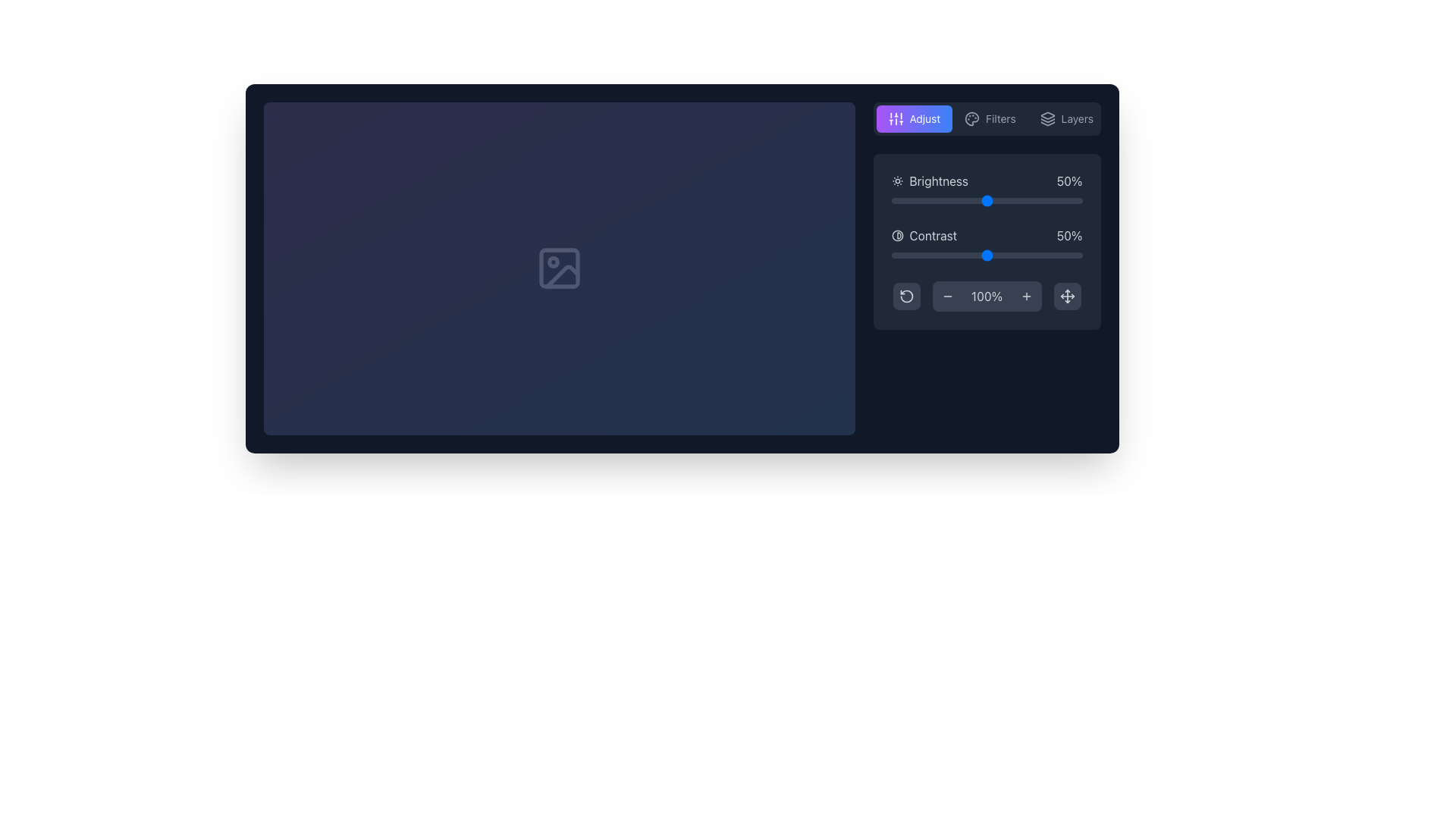 The image size is (1456, 819). I want to click on the state of the circular contrast adjustment icon located on the right panel, to the left of the text 'Contrast', so click(897, 236).